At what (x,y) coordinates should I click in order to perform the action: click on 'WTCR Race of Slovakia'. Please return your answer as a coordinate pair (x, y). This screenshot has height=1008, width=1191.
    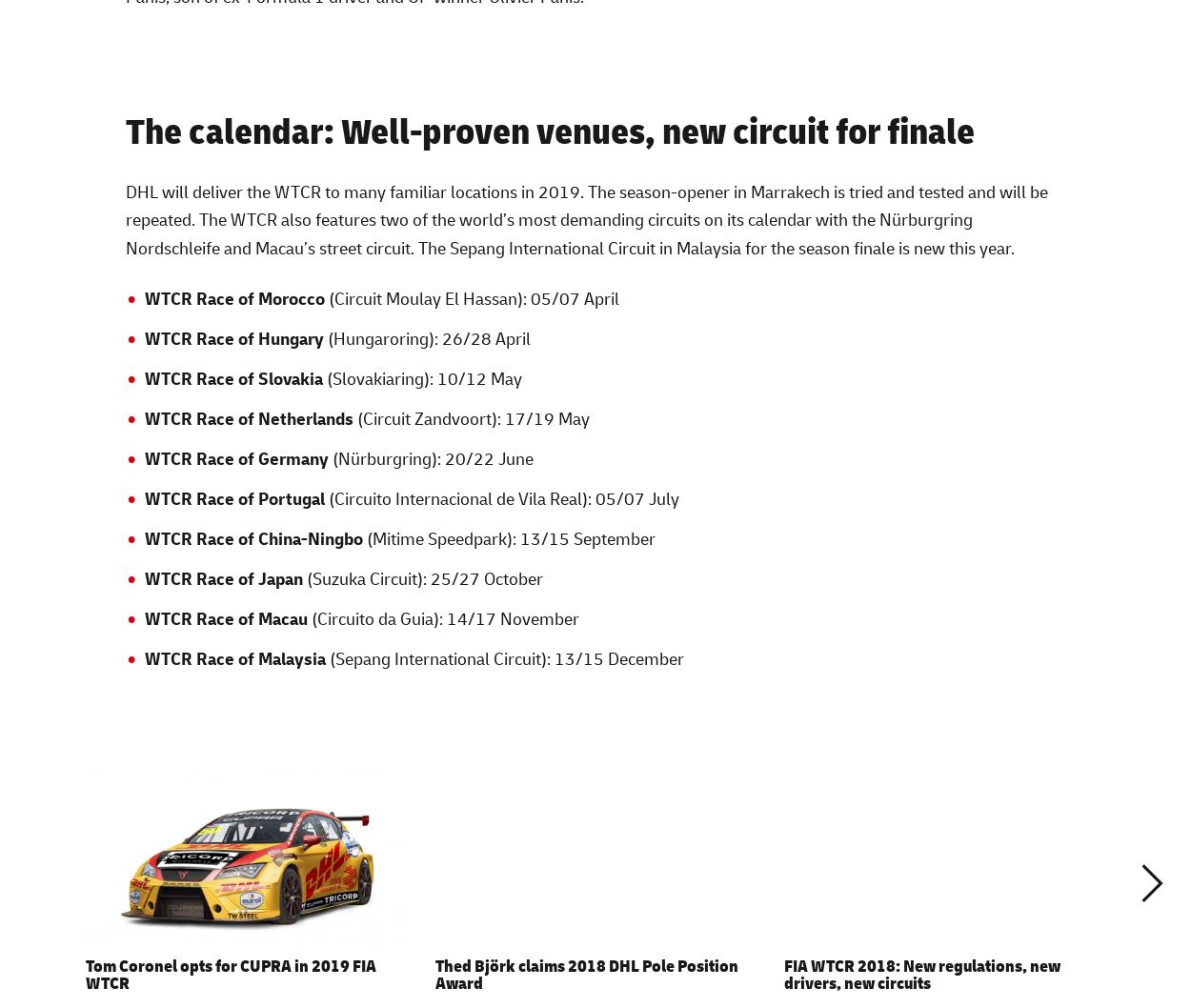
    Looking at the image, I should click on (232, 377).